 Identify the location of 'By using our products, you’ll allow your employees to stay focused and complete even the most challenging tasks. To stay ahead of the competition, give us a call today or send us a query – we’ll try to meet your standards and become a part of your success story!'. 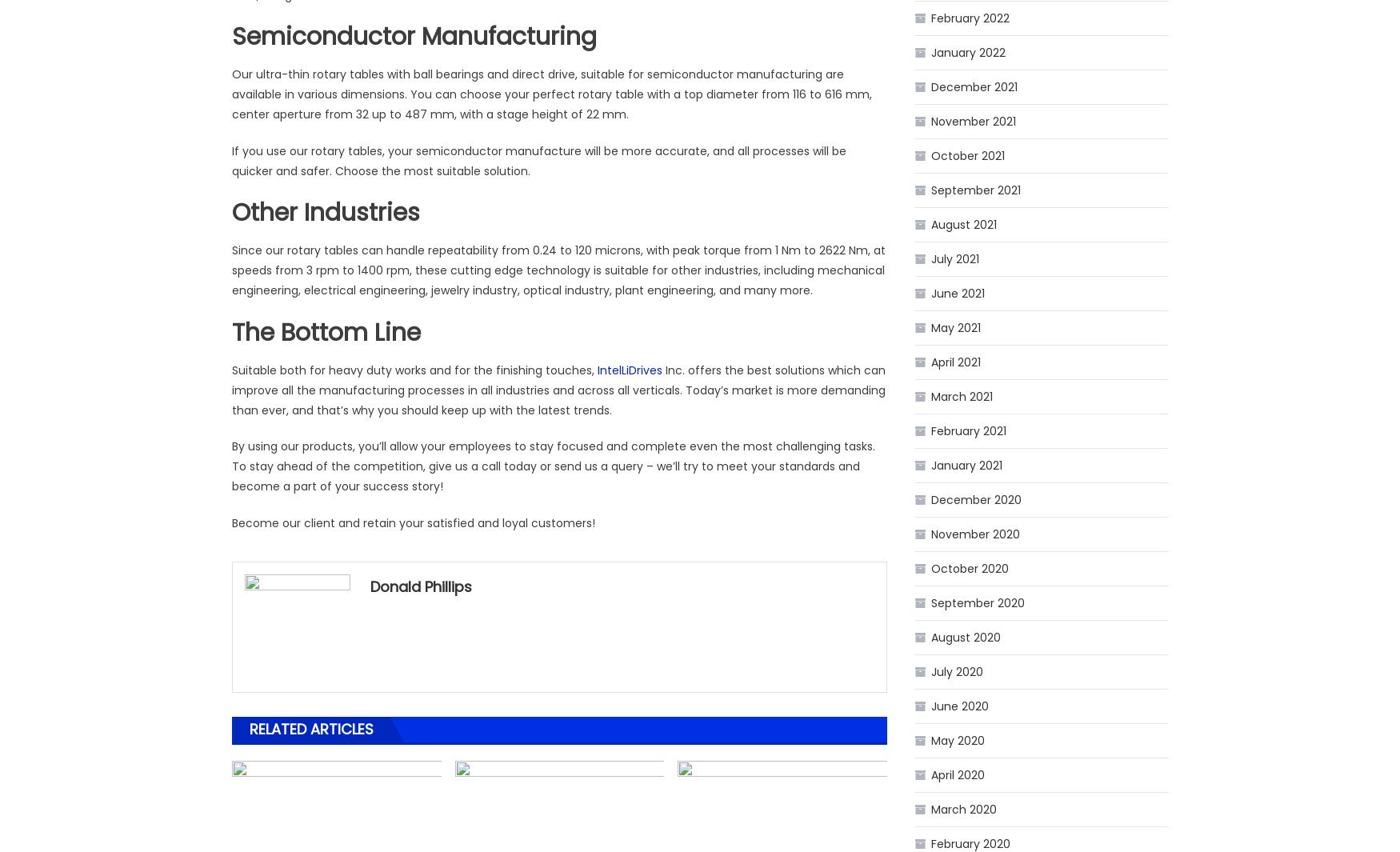
(553, 466).